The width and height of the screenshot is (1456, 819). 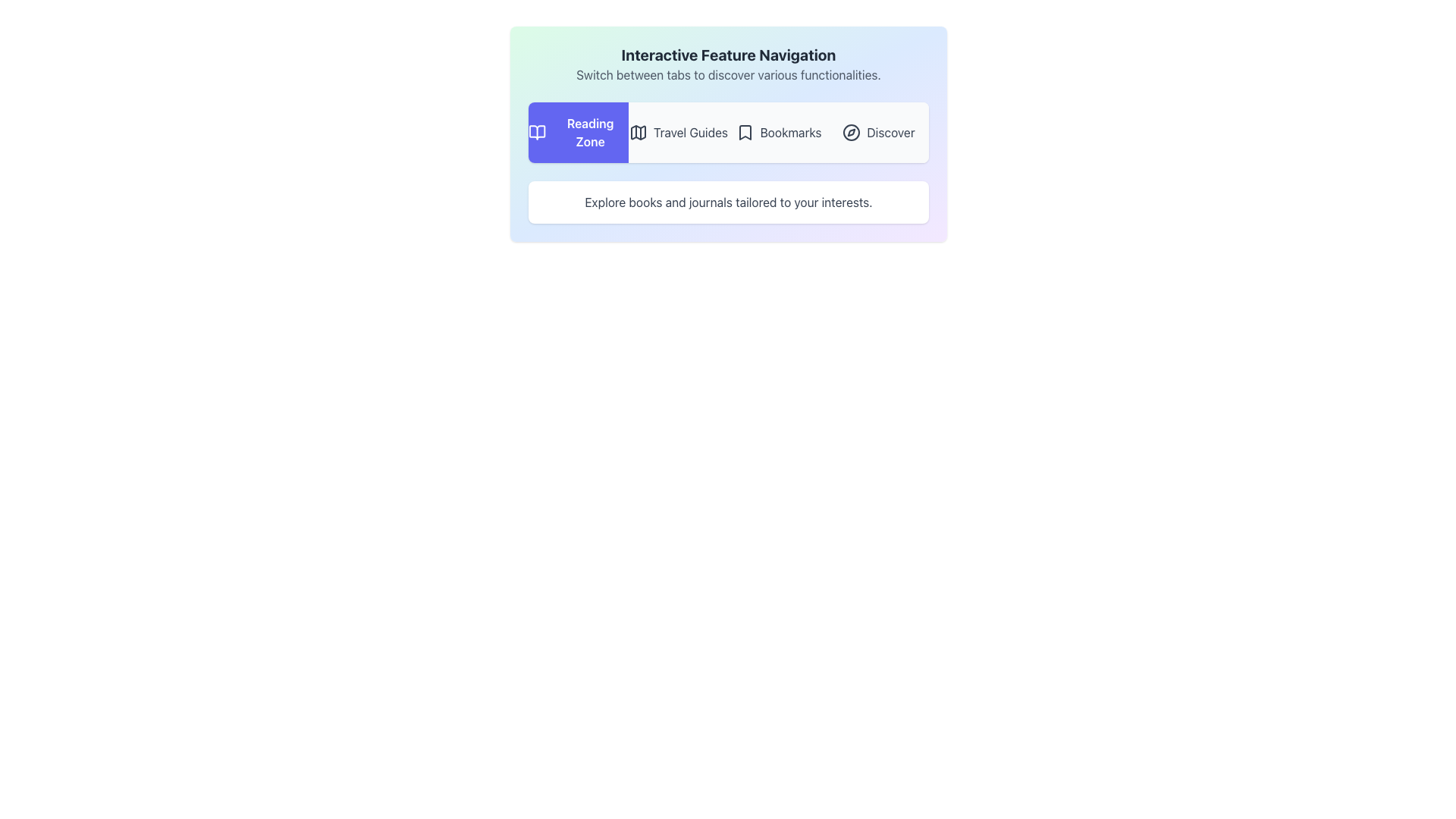 What do you see at coordinates (677, 131) in the screenshot?
I see `the navigation button for 'Travel Guides' located in the horizontal navigation bar, positioned between 'Reading Zone' and 'Bookmarks'` at bounding box center [677, 131].